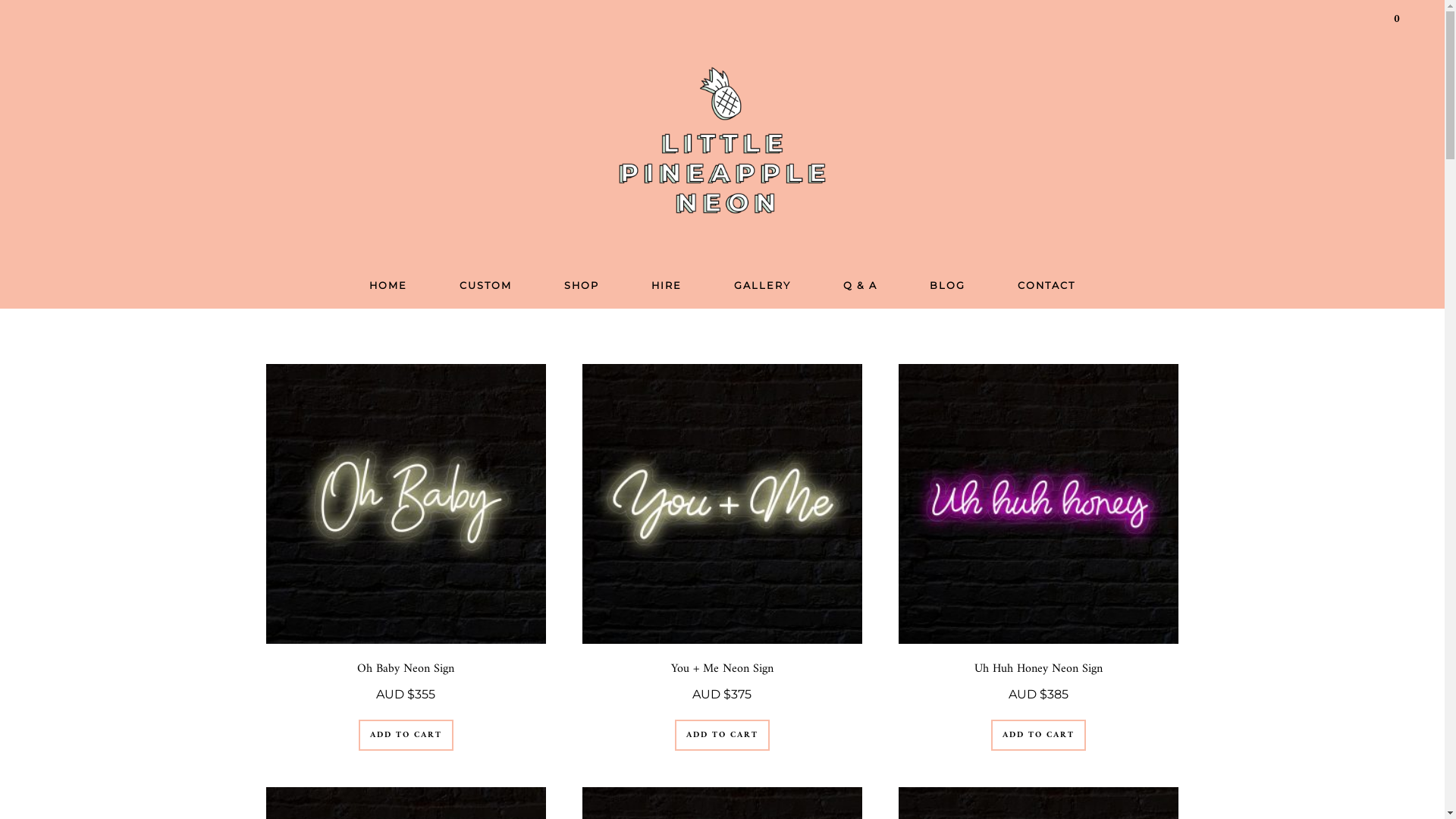 This screenshot has width=1456, height=819. What do you see at coordinates (581, 286) in the screenshot?
I see `'SHOP'` at bounding box center [581, 286].